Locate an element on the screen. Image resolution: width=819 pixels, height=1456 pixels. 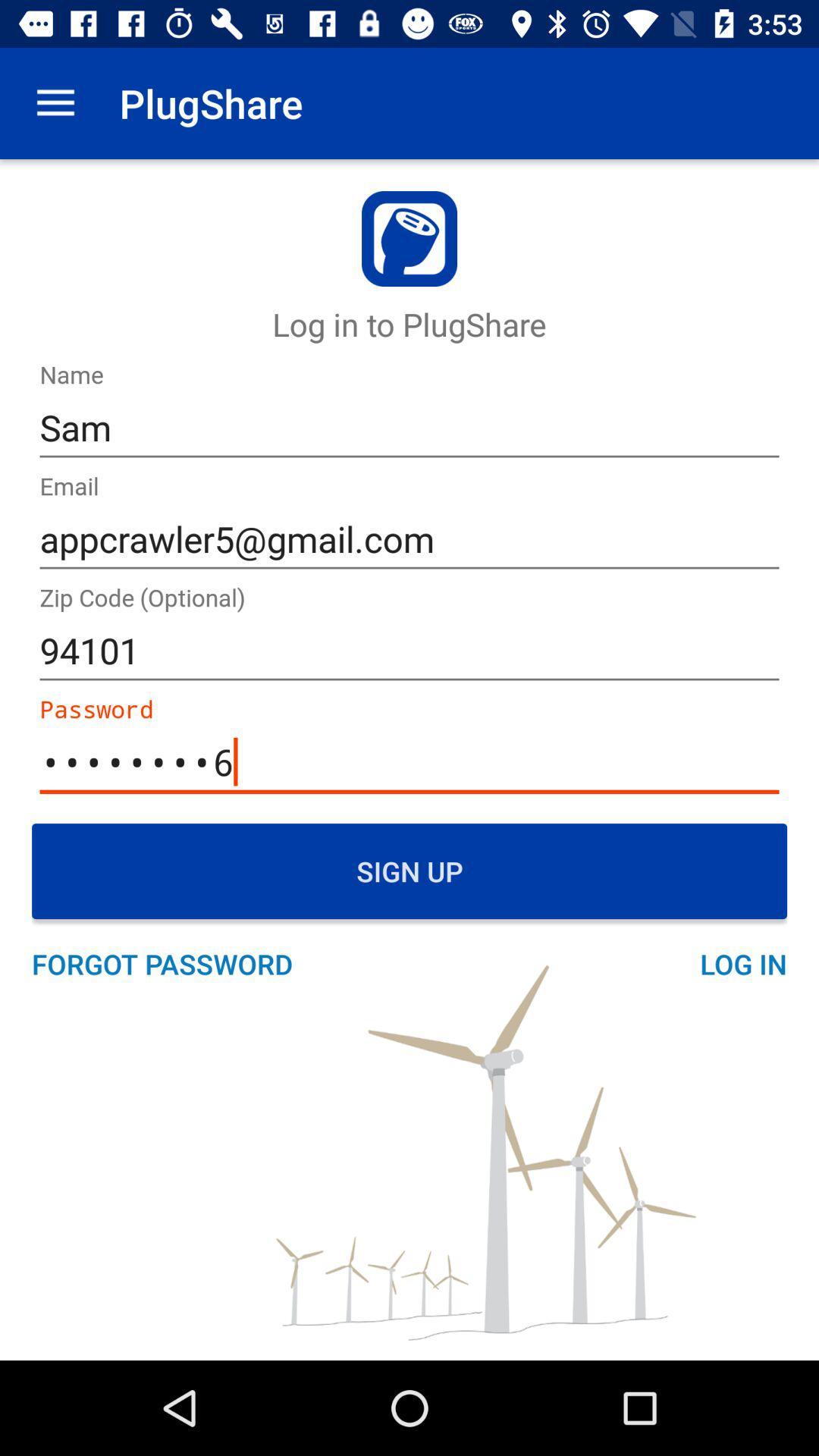
the text immediately below name is located at coordinates (409, 428).